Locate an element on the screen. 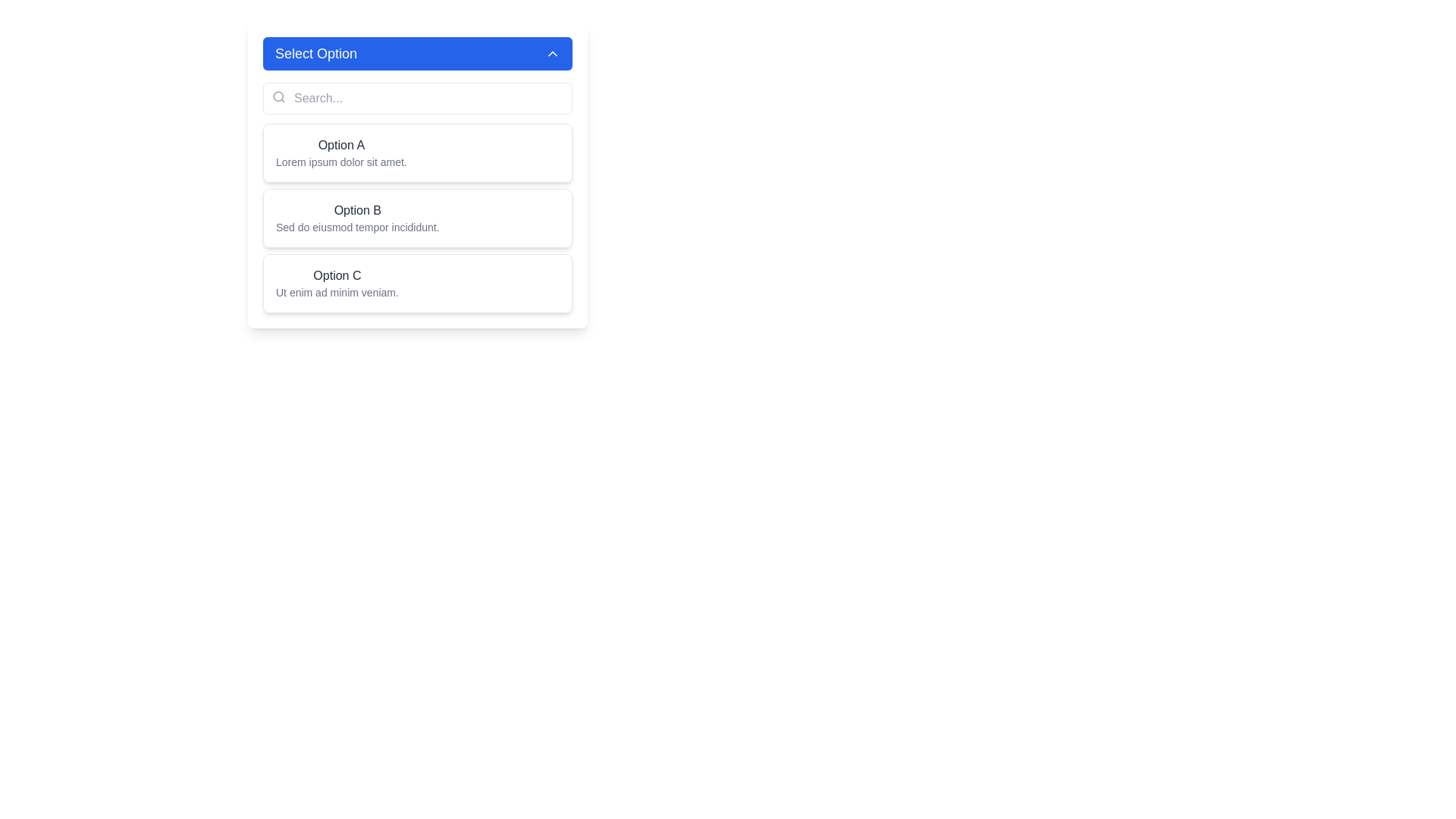 The image size is (1456, 819). the functionality of the input field associated with the gray magnifying glass icon located on the left side of the text search input field is located at coordinates (279, 96).